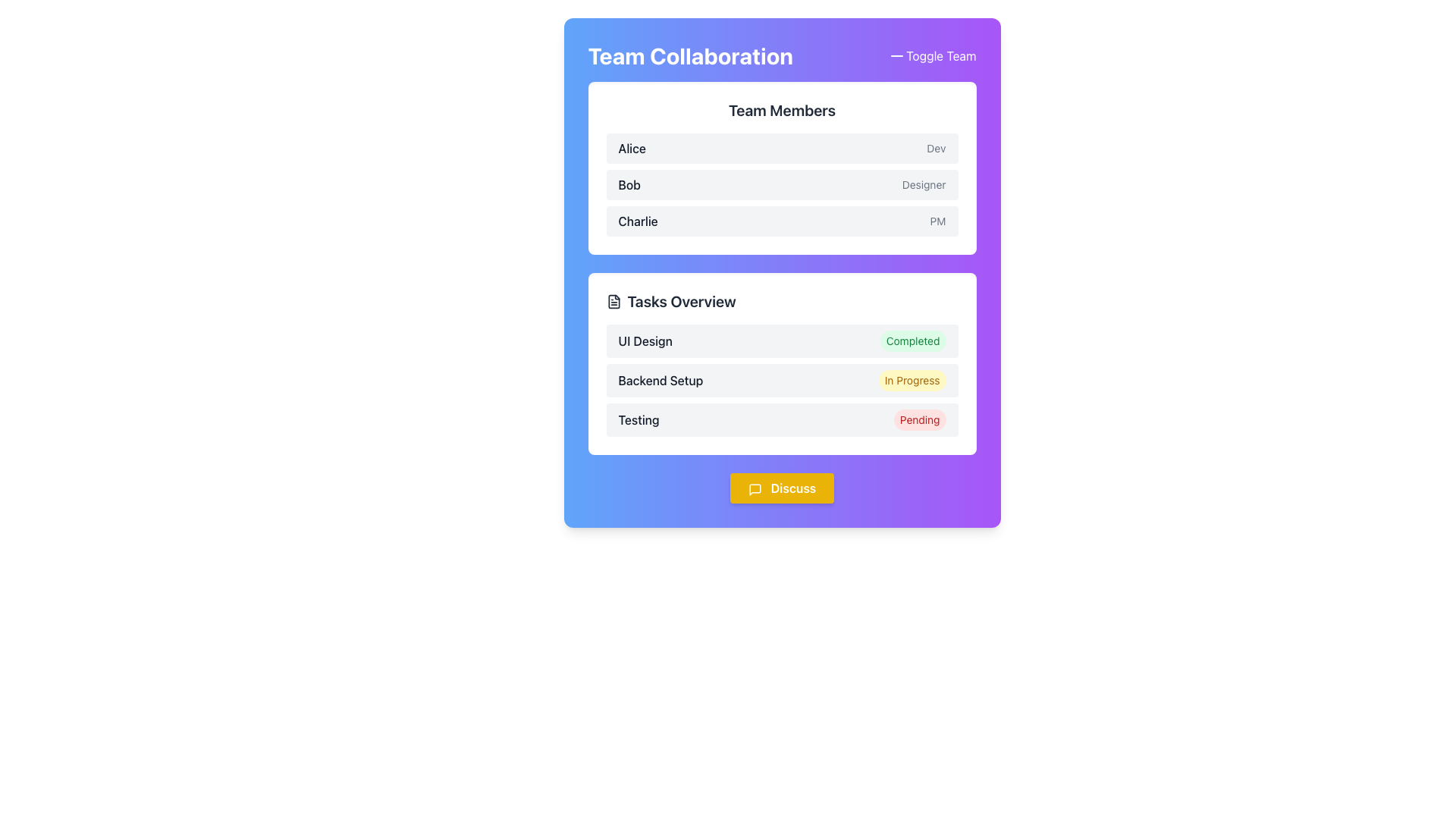 The height and width of the screenshot is (819, 1456). I want to click on task name 'Backend Setup' and its status 'In Progress' from the Task Progress Item located in the Tasks Overview section, so click(782, 379).